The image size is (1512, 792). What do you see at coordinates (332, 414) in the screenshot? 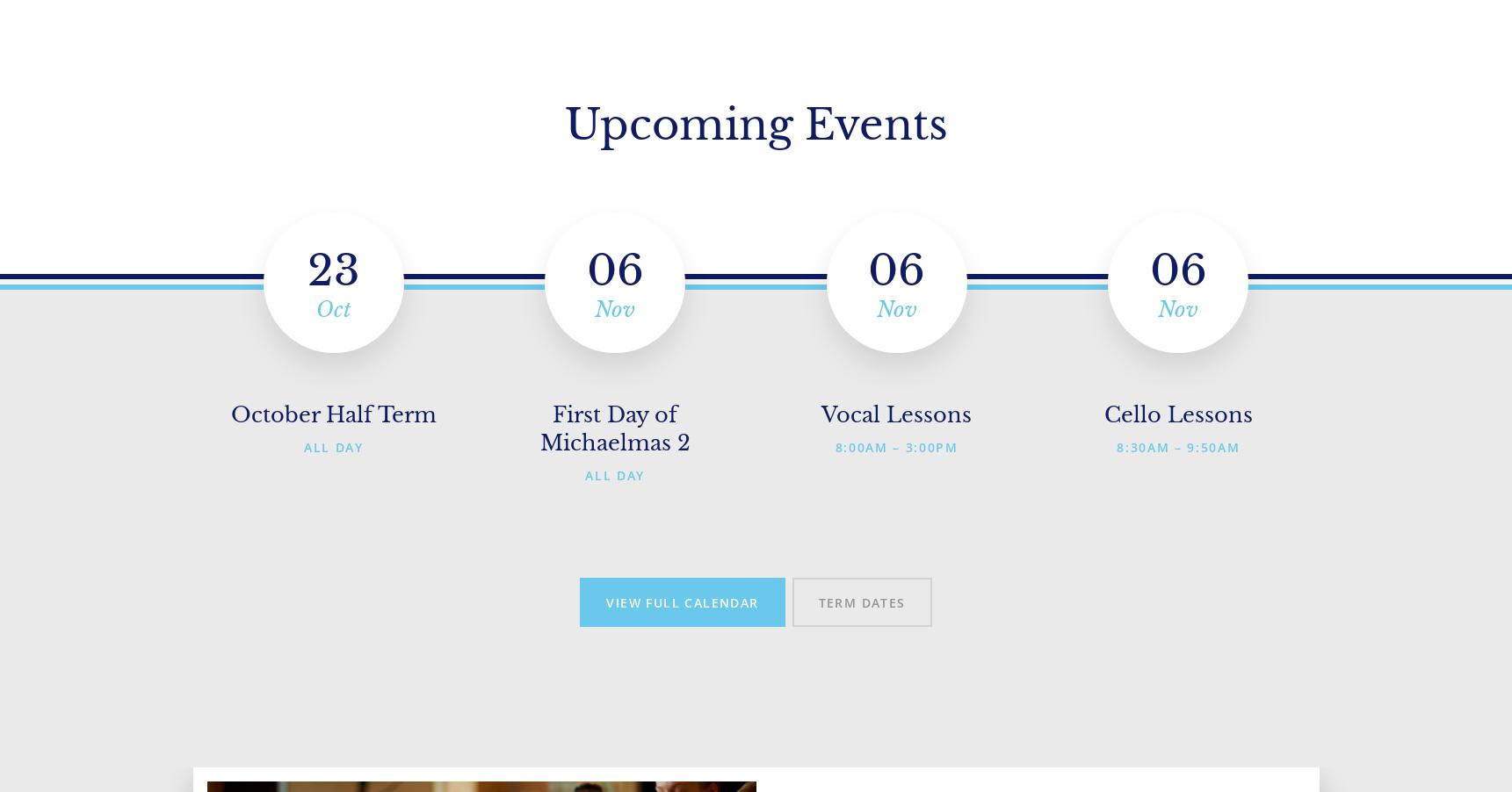
I see `'October Half Term'` at bounding box center [332, 414].